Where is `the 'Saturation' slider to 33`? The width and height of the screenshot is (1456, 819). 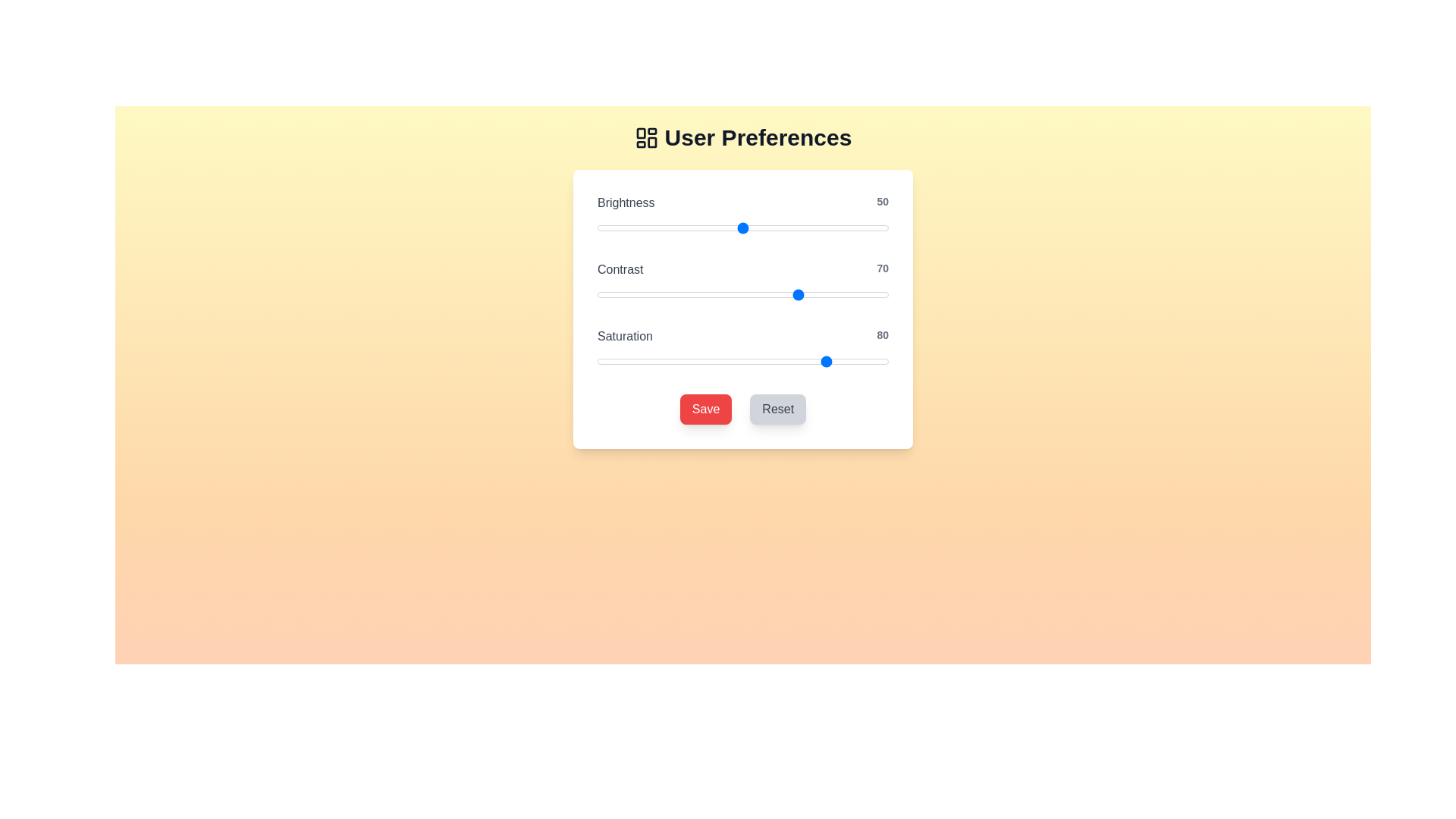 the 'Saturation' slider to 33 is located at coordinates (692, 362).